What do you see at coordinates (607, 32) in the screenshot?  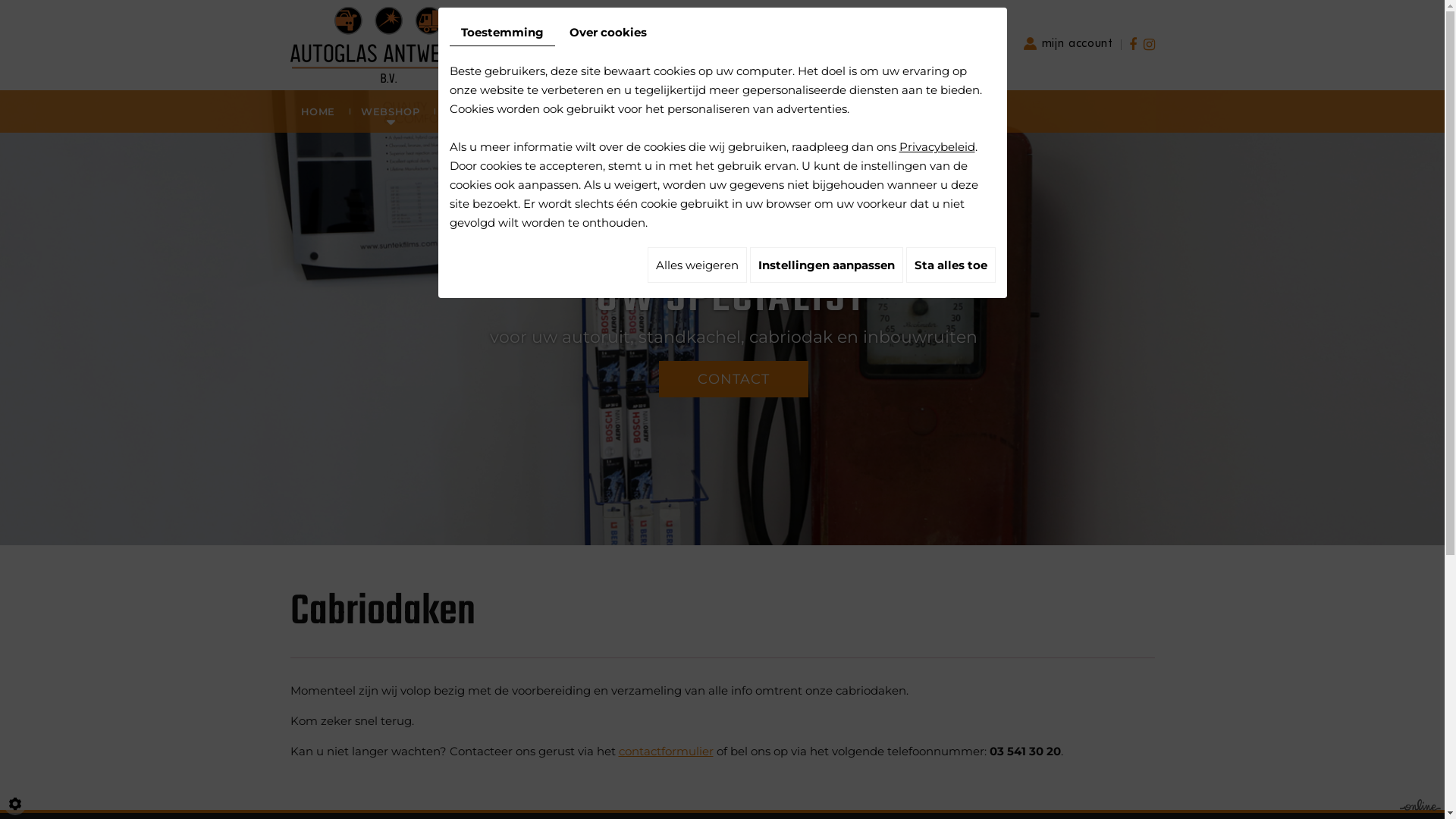 I see `'Over cookies'` at bounding box center [607, 32].